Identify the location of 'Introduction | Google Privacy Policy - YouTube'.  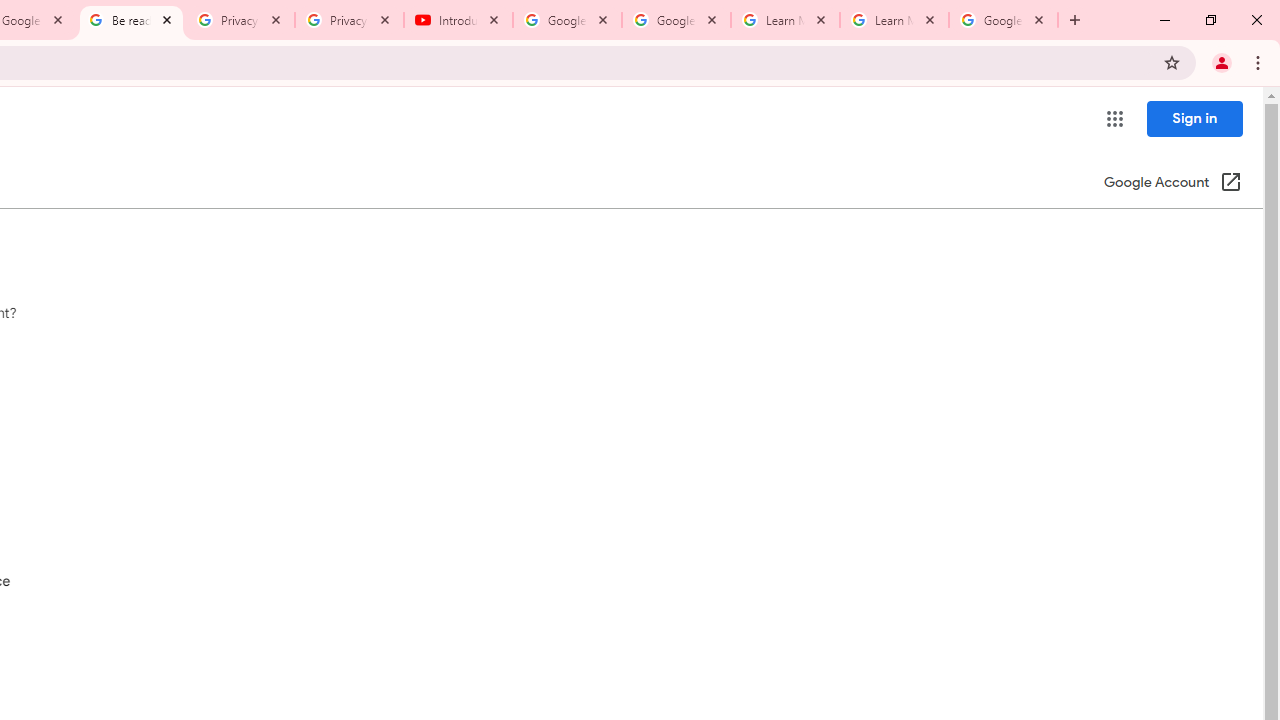
(457, 20).